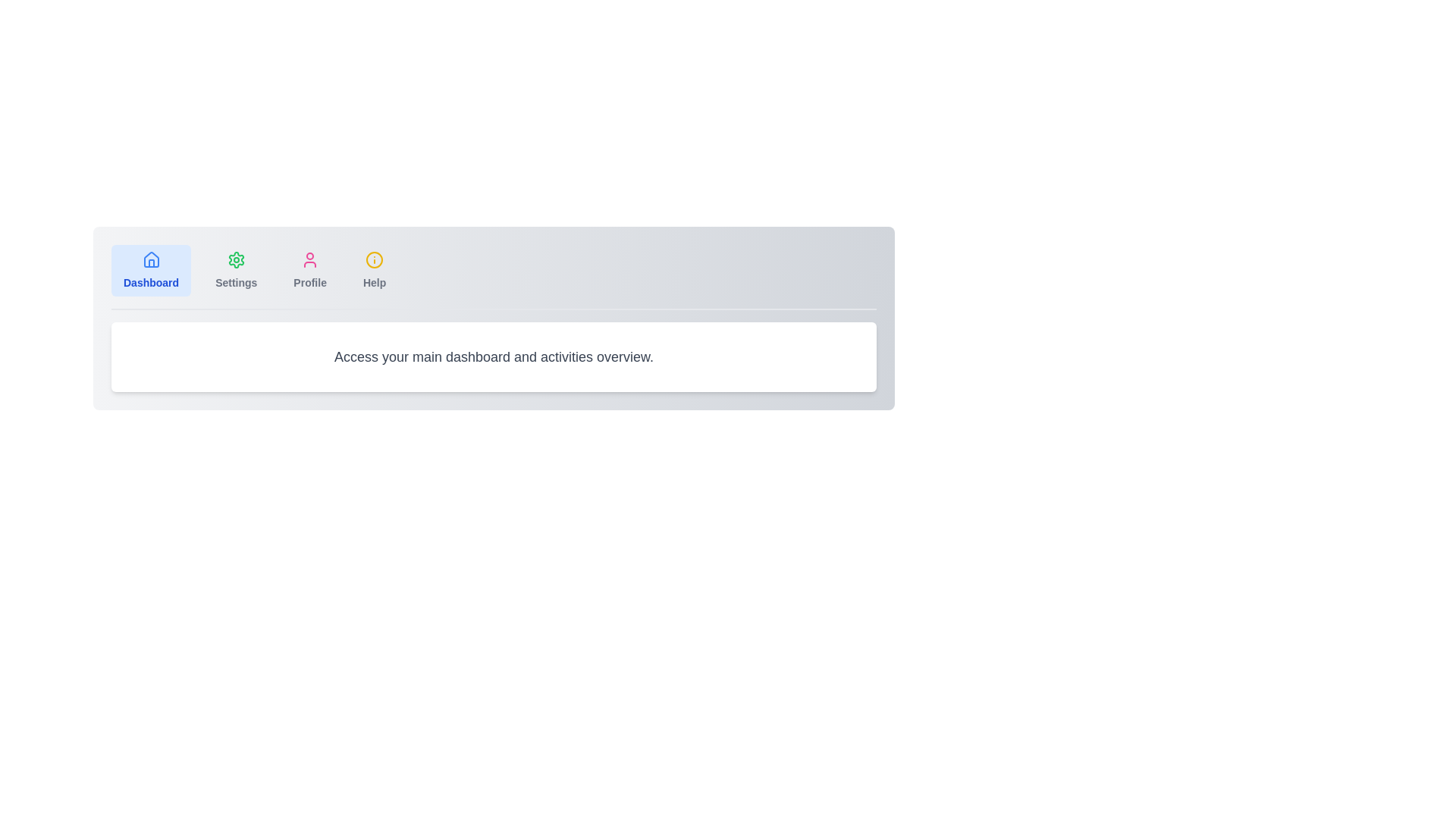  I want to click on the tab labeled Profile to inspect its tooltip or hover effect, so click(309, 270).